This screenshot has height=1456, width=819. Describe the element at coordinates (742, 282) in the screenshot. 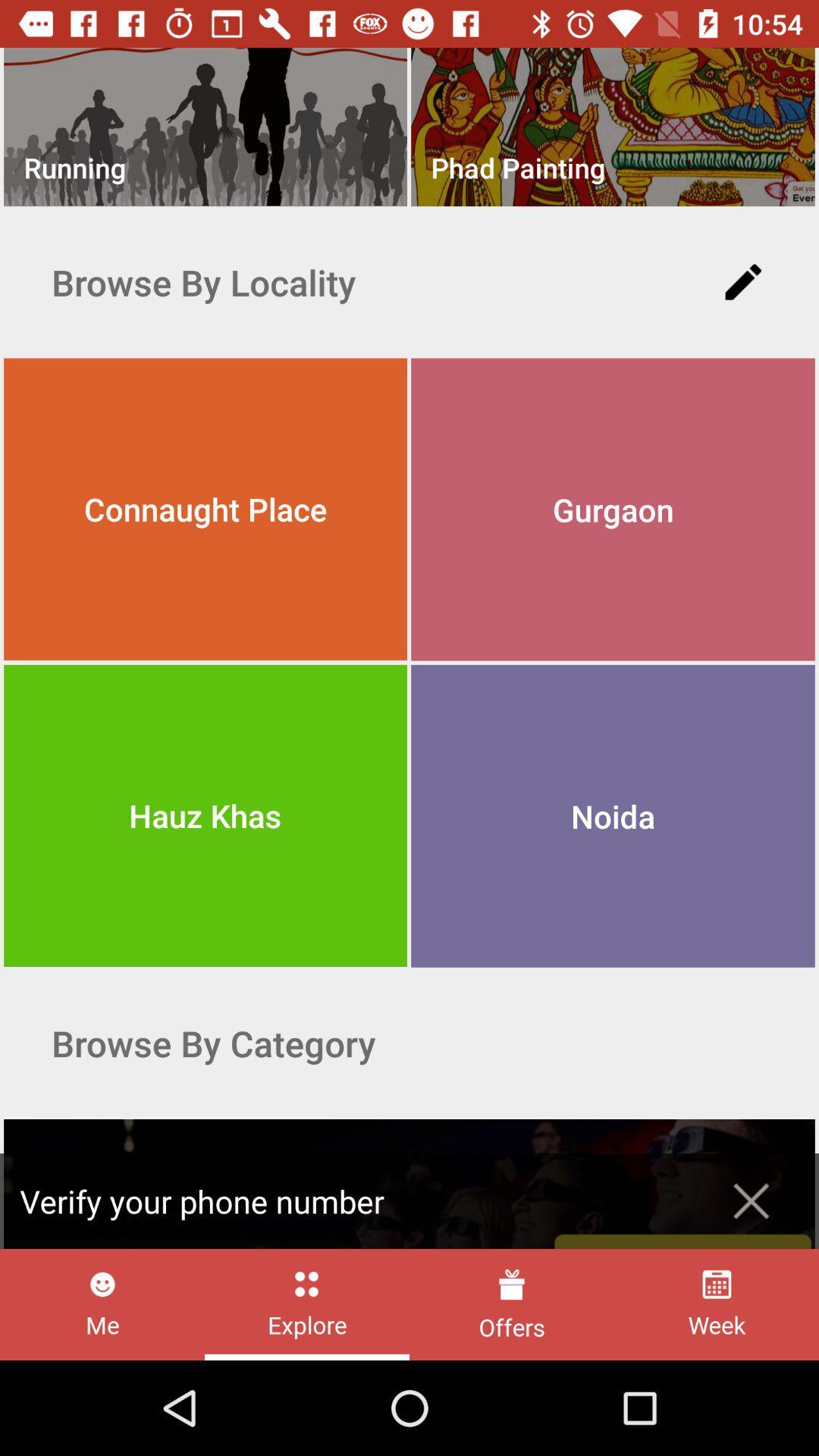

I see `the item next to the browse by locality` at that location.